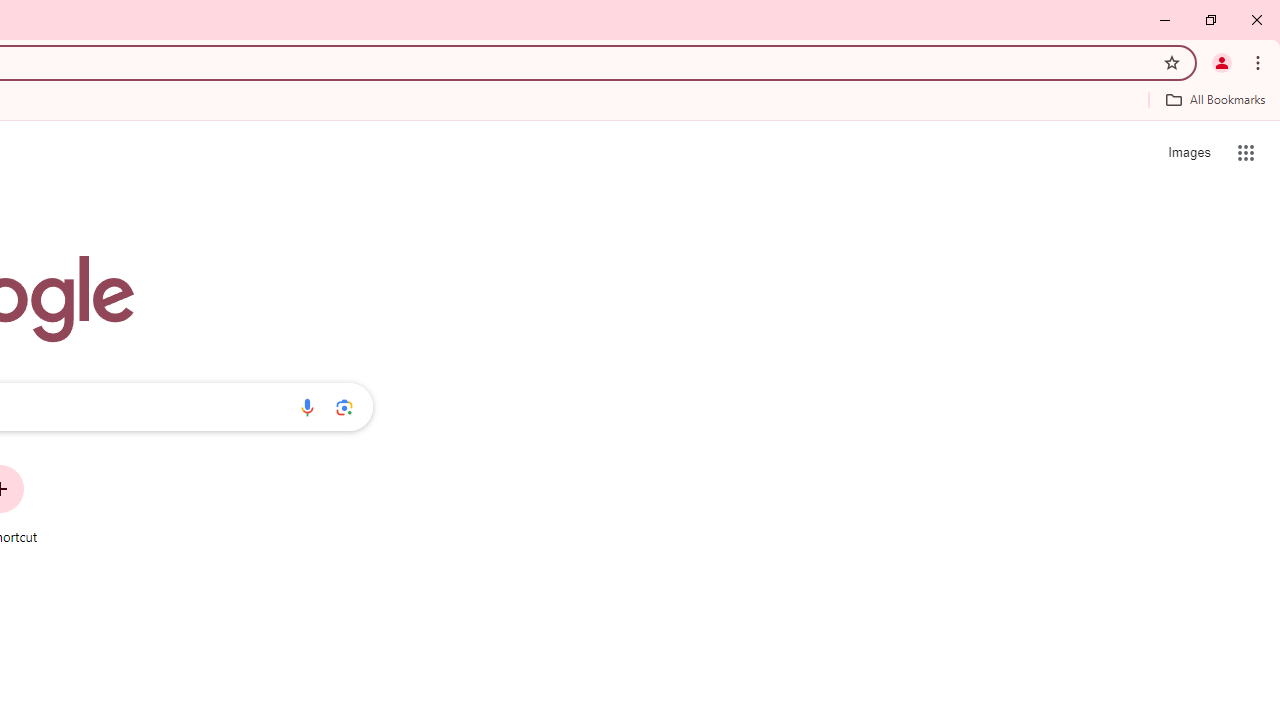  Describe the element at coordinates (306, 406) in the screenshot. I see `'Search by voice'` at that location.